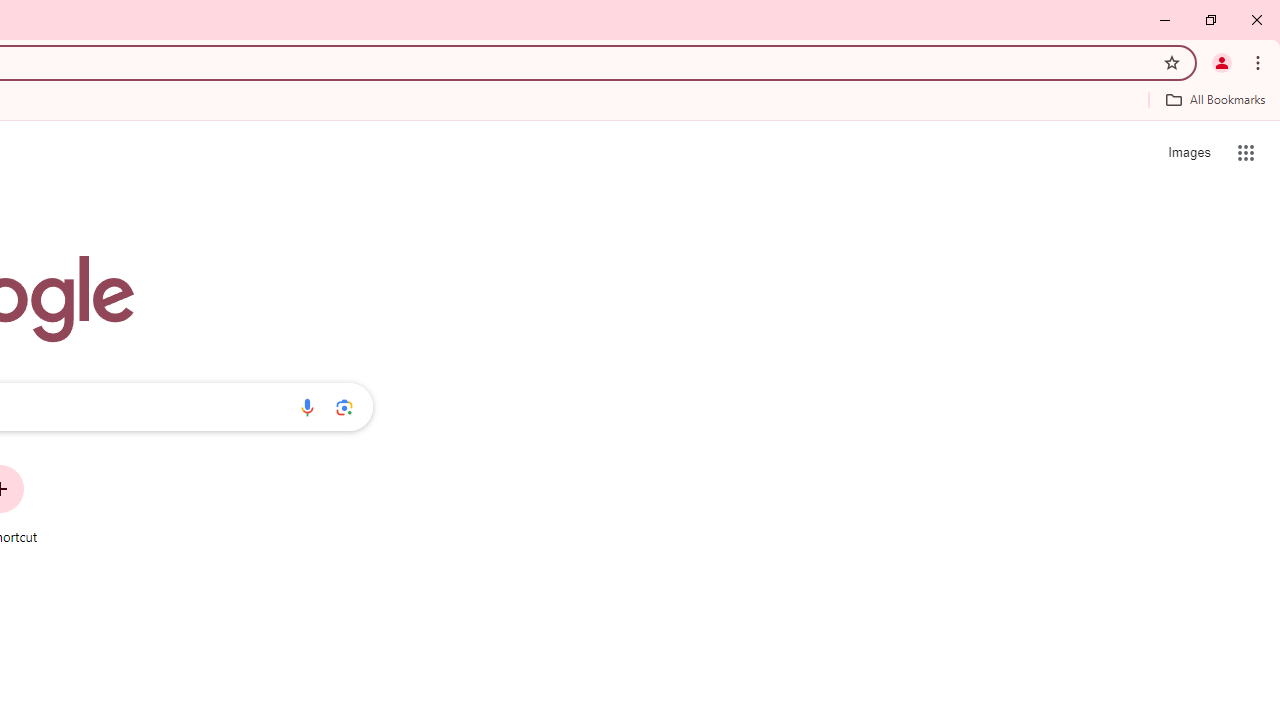  Describe the element at coordinates (306, 406) in the screenshot. I see `'Search by voice'` at that location.